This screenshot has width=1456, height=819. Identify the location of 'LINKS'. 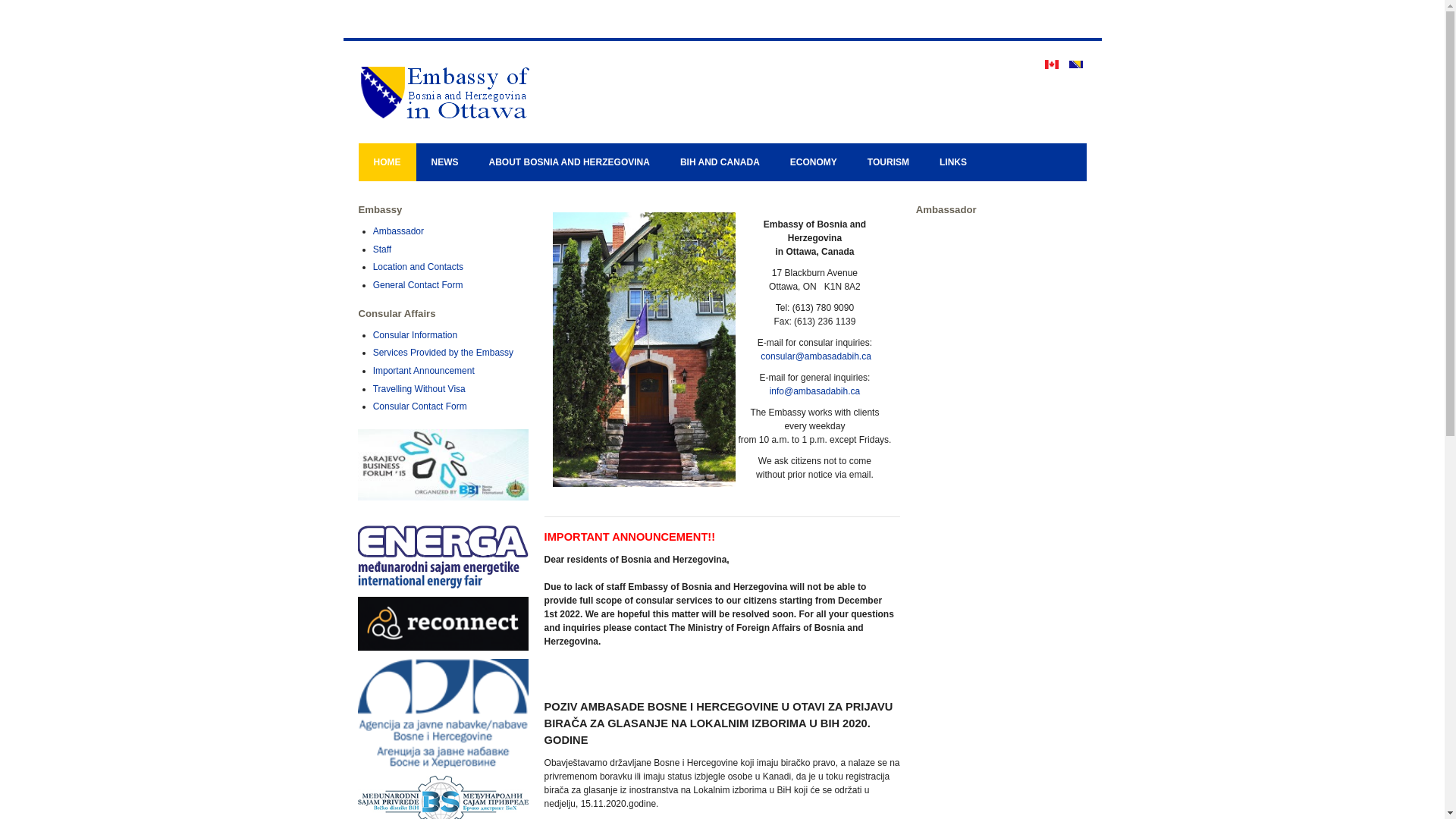
(924, 162).